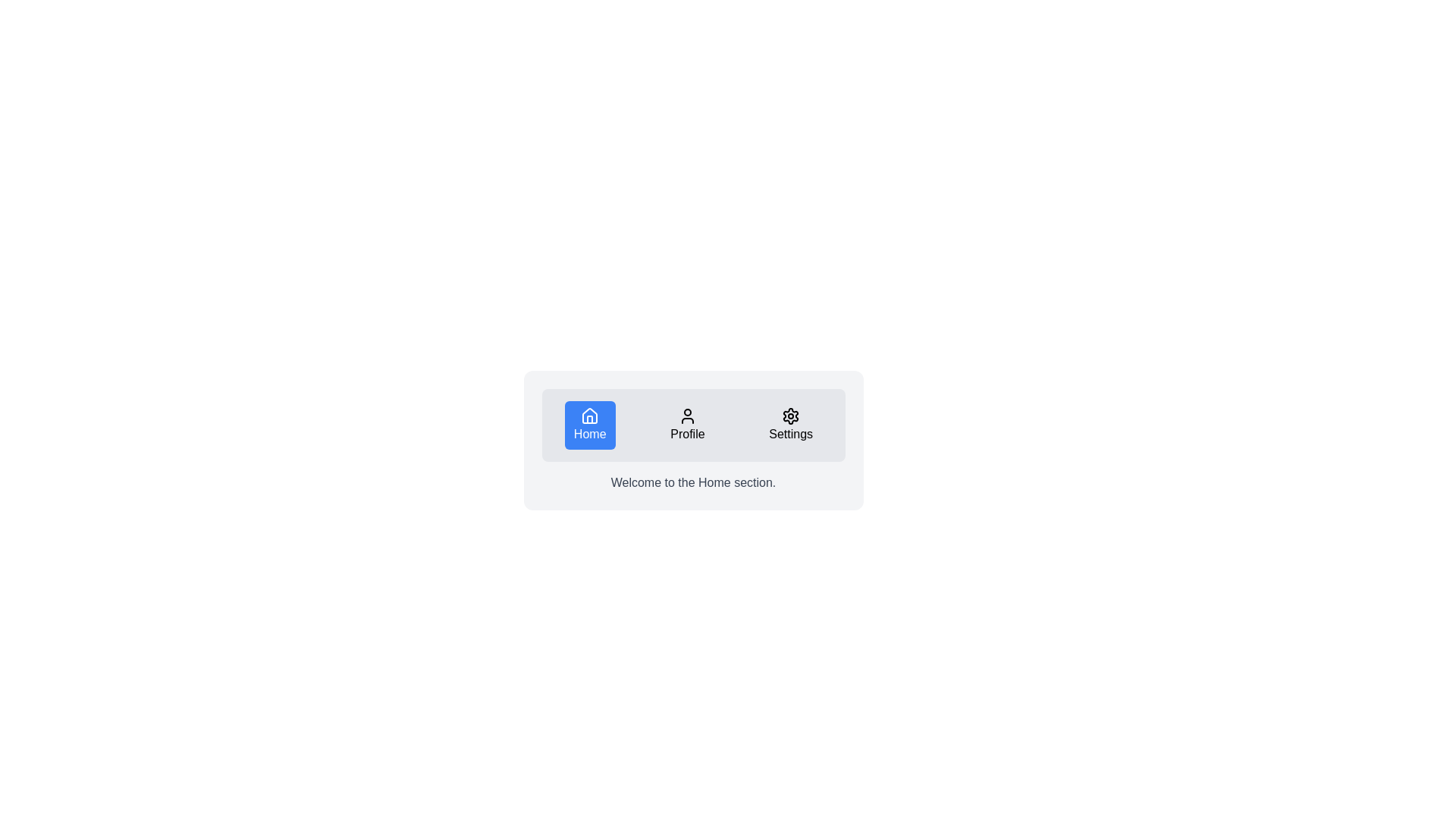  What do you see at coordinates (686, 416) in the screenshot?
I see `the 'Profile' icon located in the central section of the horizontal navigation menu` at bounding box center [686, 416].